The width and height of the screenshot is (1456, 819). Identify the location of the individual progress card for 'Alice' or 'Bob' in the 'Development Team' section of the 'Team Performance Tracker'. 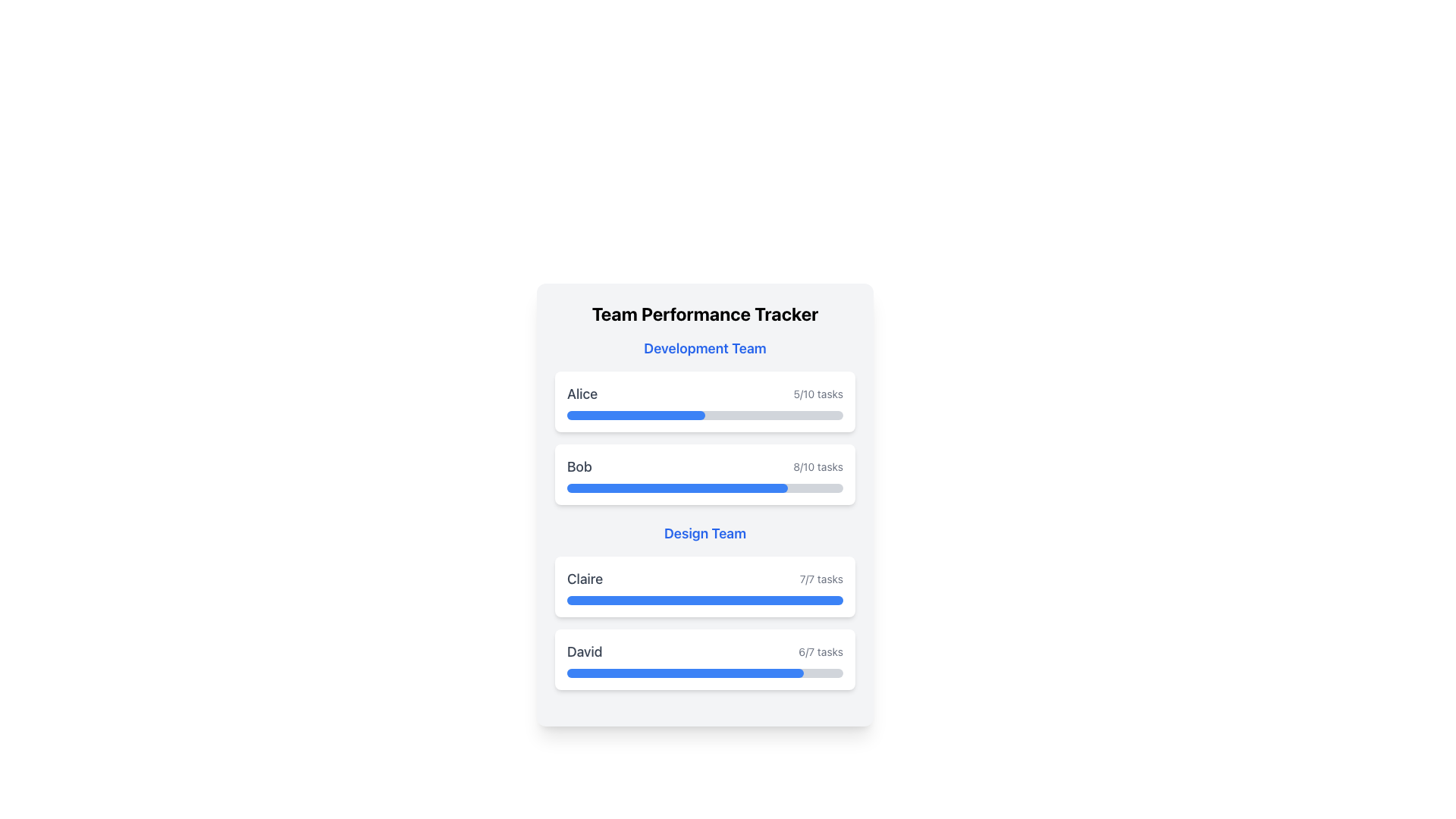
(704, 421).